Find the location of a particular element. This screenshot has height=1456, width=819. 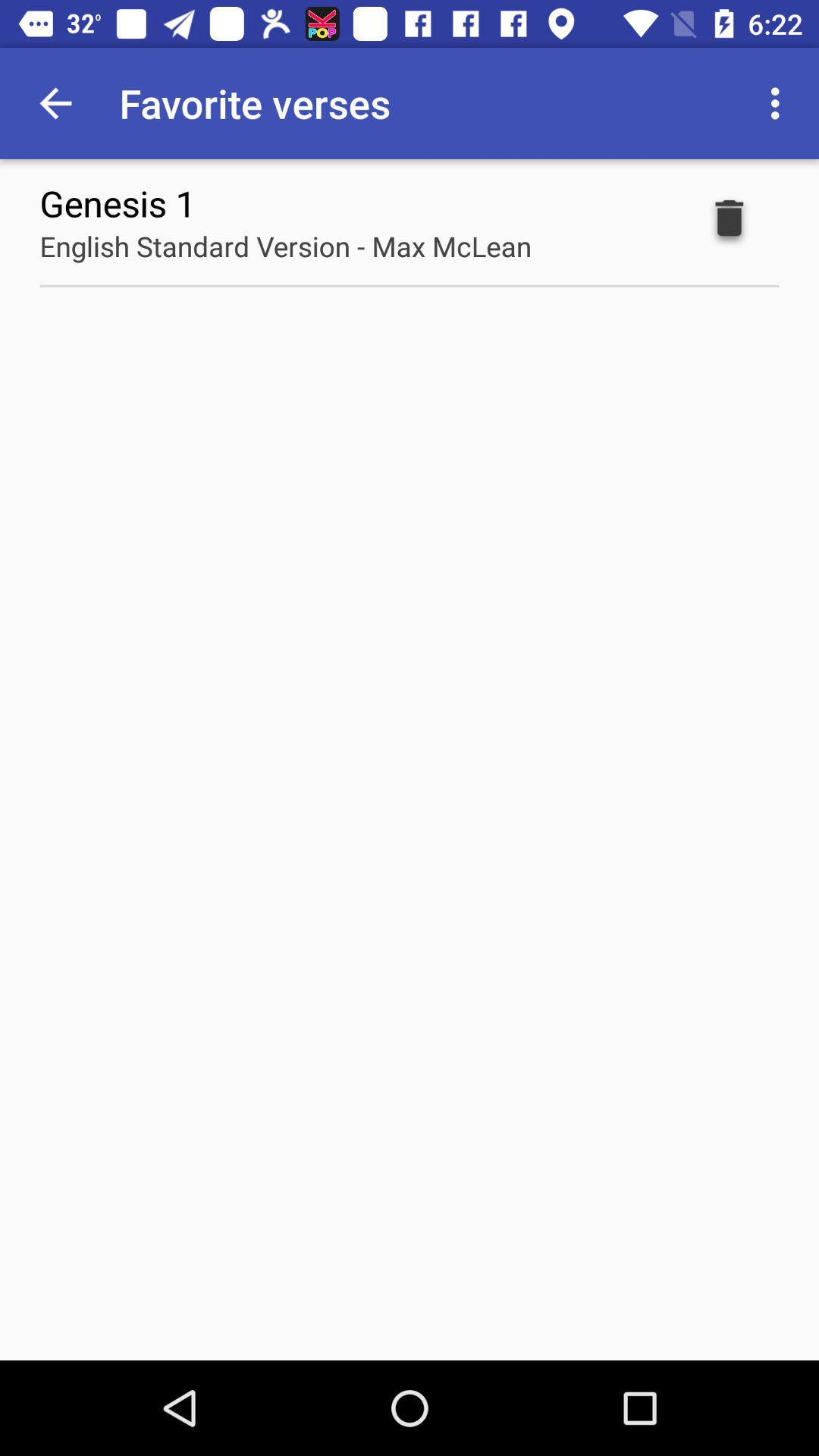

the icon to the right of english standard version icon is located at coordinates (728, 221).